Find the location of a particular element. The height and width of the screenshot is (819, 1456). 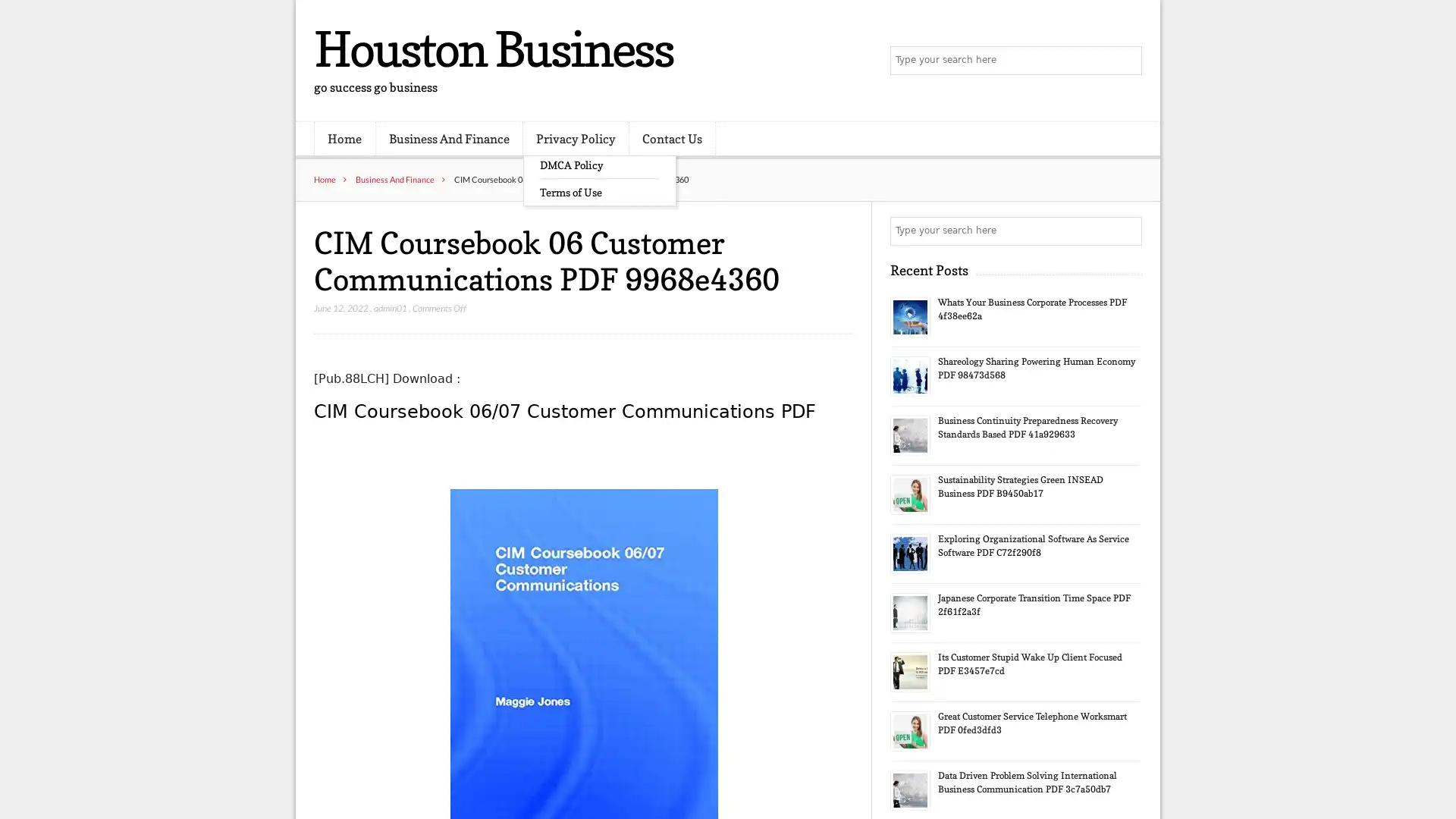

Search is located at coordinates (1126, 61).